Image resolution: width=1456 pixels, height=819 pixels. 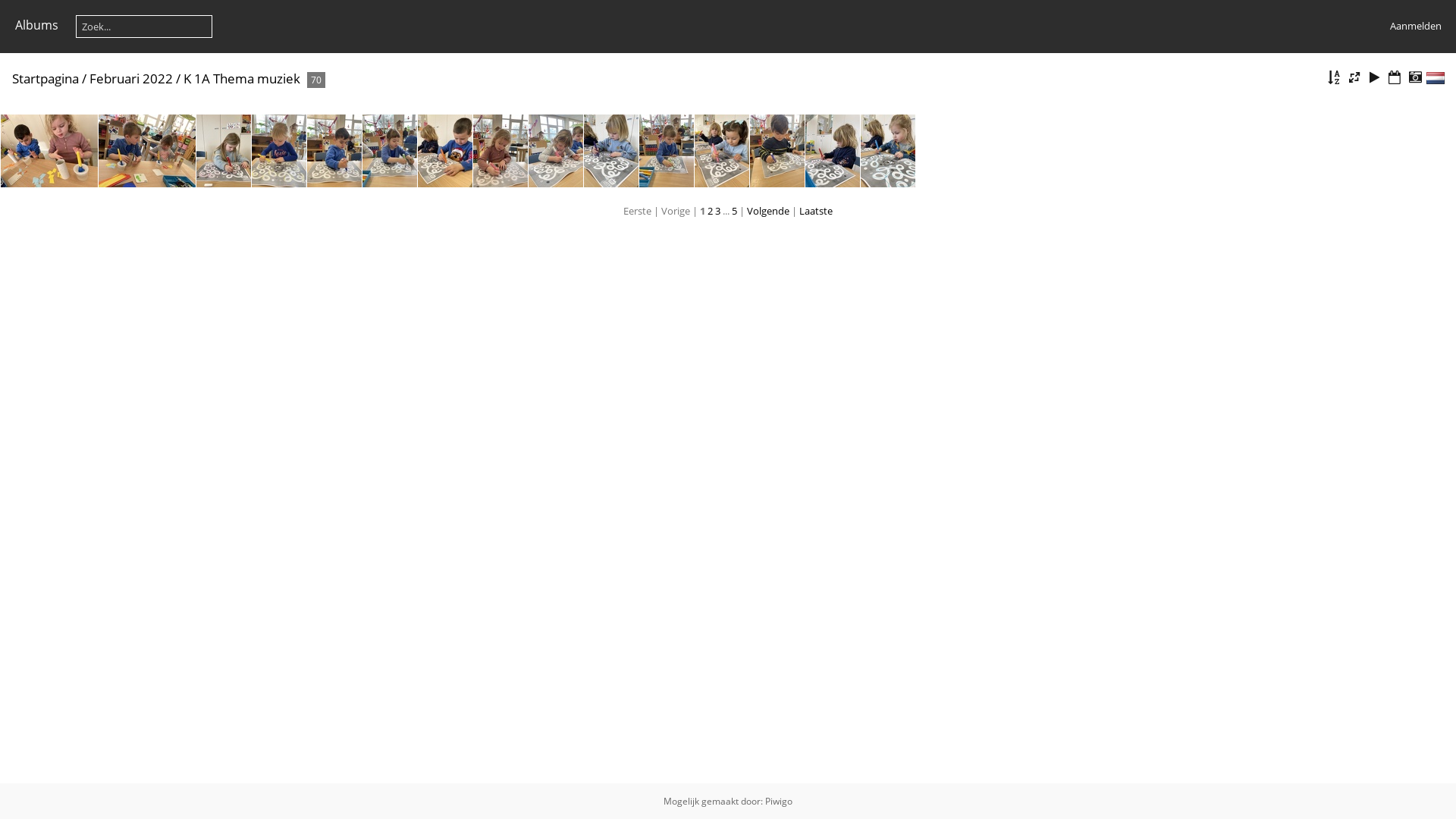 What do you see at coordinates (1414, 26) in the screenshot?
I see `'Aanmelden'` at bounding box center [1414, 26].